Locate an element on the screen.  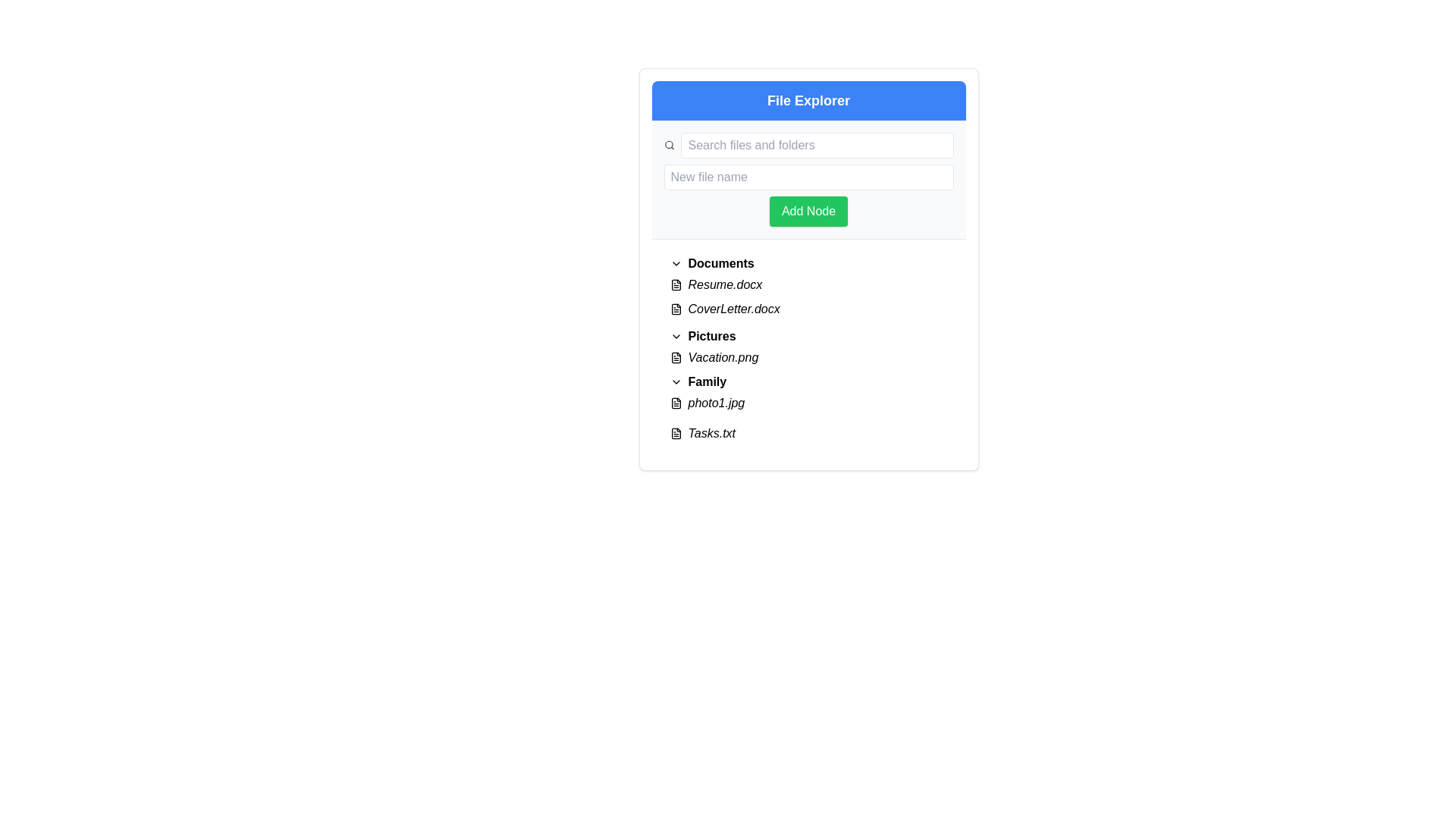
the 'Pictures' collapsible folder item in the file explorer is located at coordinates (808, 335).